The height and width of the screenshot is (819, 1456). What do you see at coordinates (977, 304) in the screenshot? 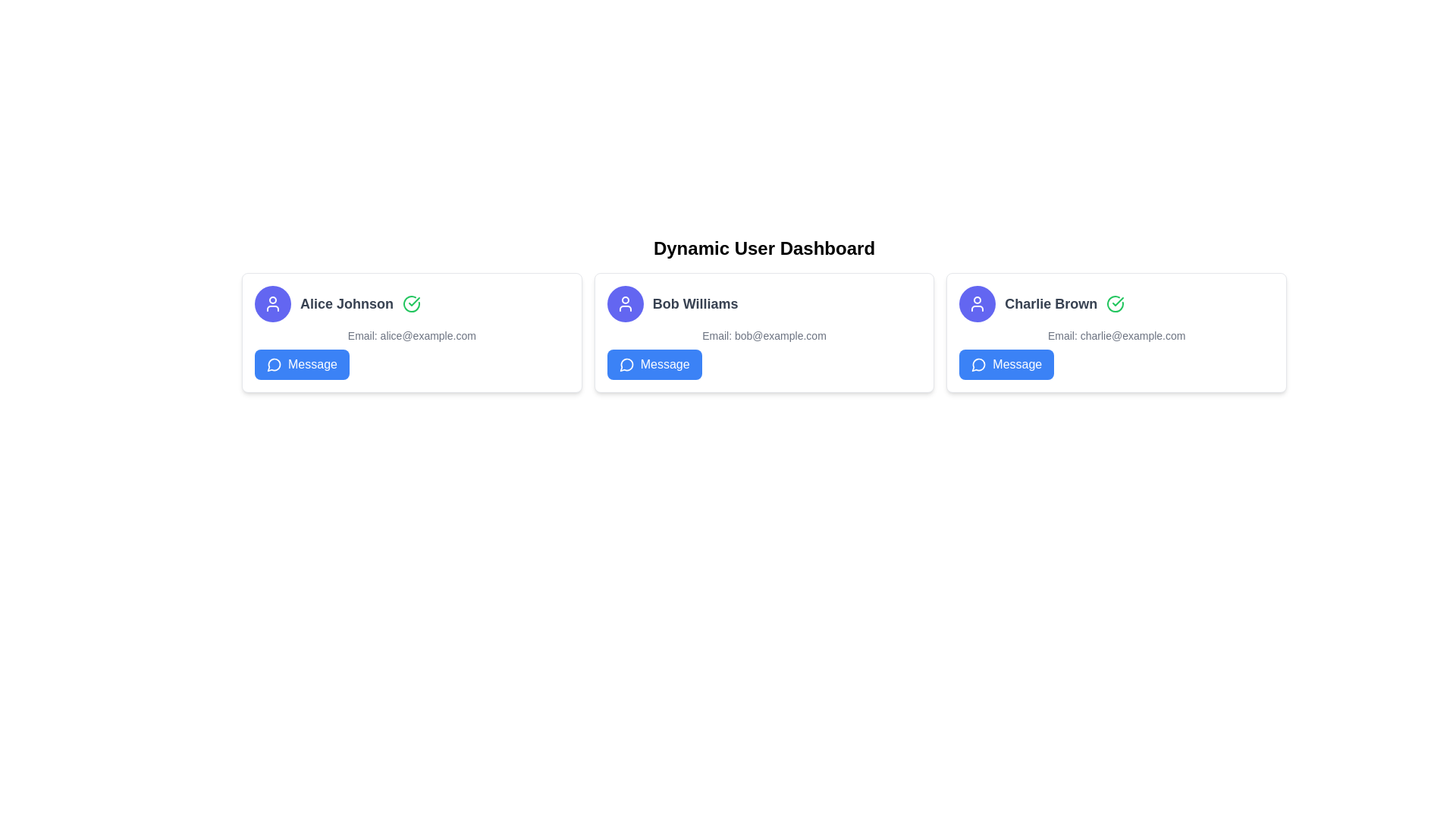
I see `the user profile SVG icon with a purple circular background located in the top-left section of the card labeled 'Bob Williams'` at bounding box center [977, 304].